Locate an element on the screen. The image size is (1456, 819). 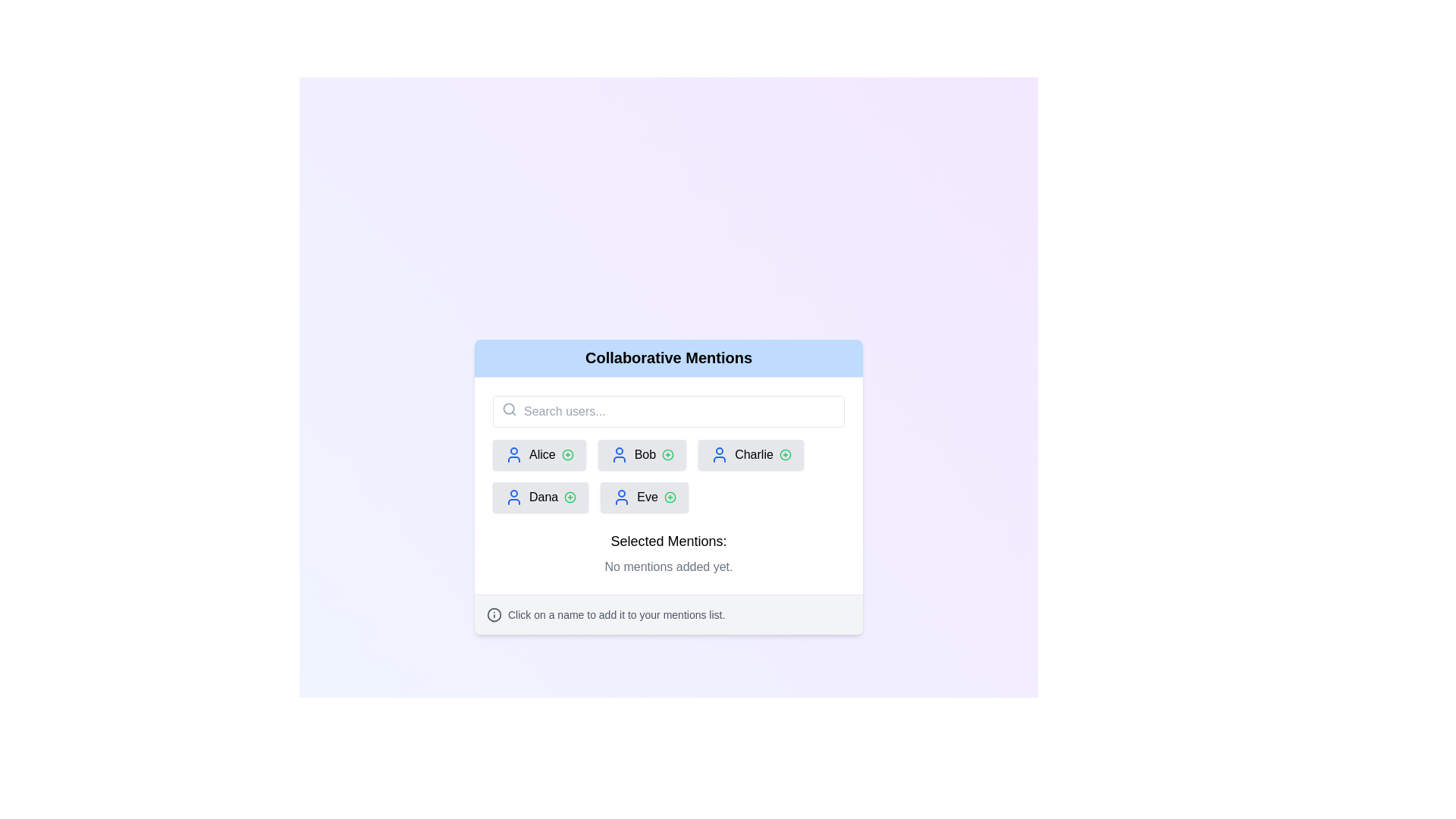
the user profile icon for 'Alice', which is located within the button labeled 'Alice' in the mentions interface is located at coordinates (513, 453).